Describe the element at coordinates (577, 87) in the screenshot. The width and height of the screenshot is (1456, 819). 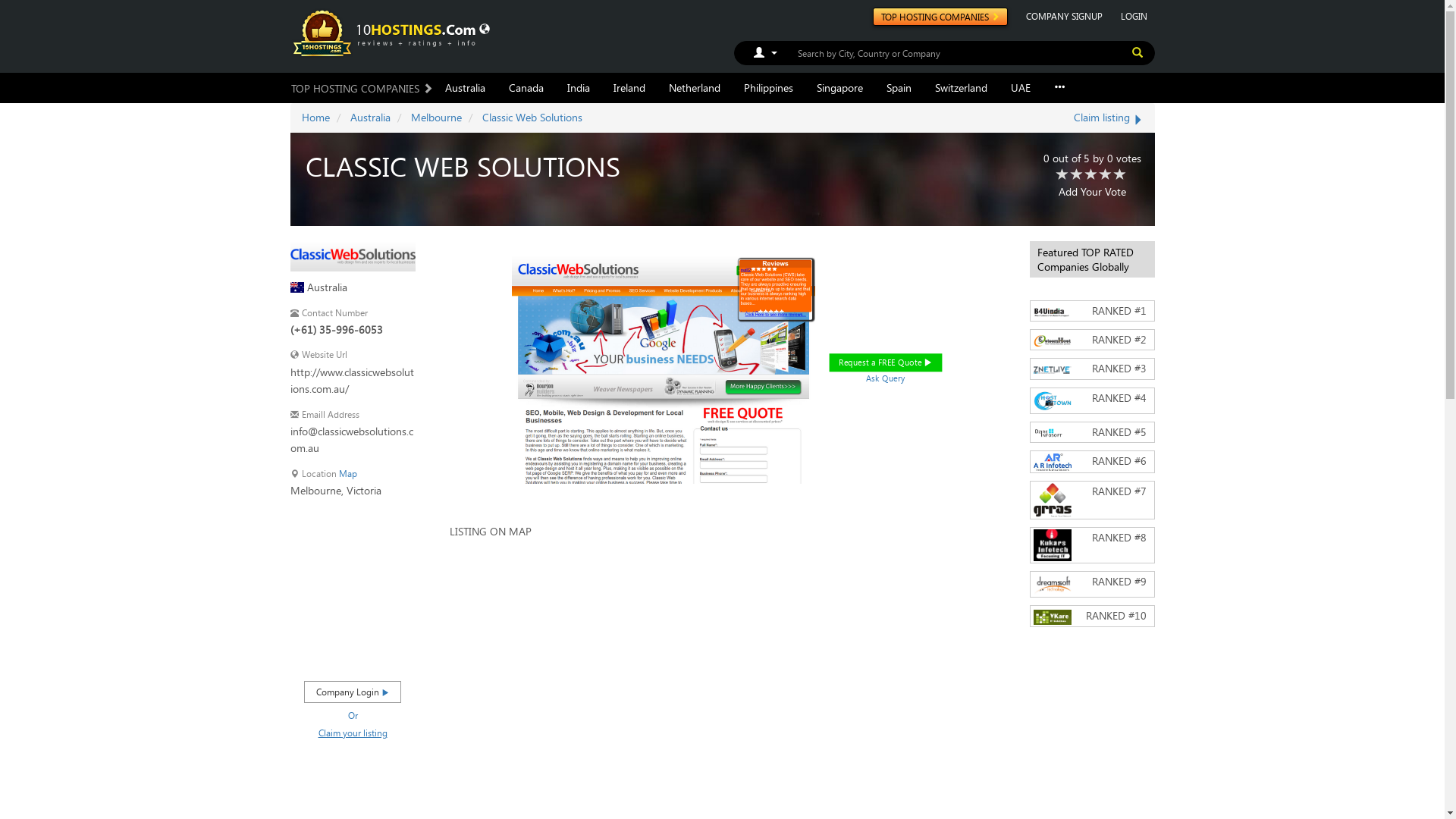
I see `'India'` at that location.